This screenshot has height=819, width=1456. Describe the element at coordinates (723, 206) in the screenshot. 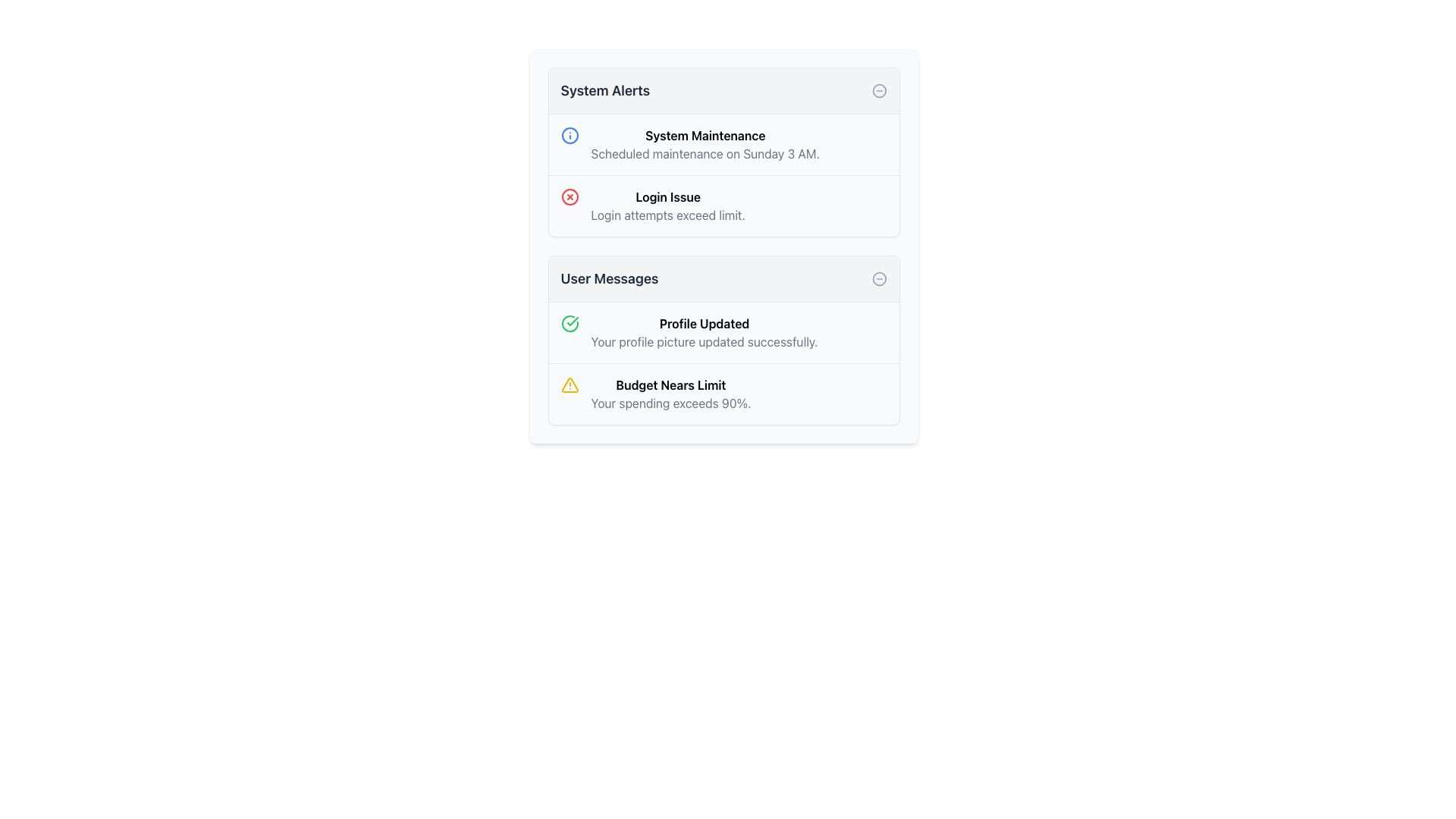

I see `the red circular icon with an 'X' that indicates a 'Login Issue' alert message, located in the 'System Alerts' section` at that location.